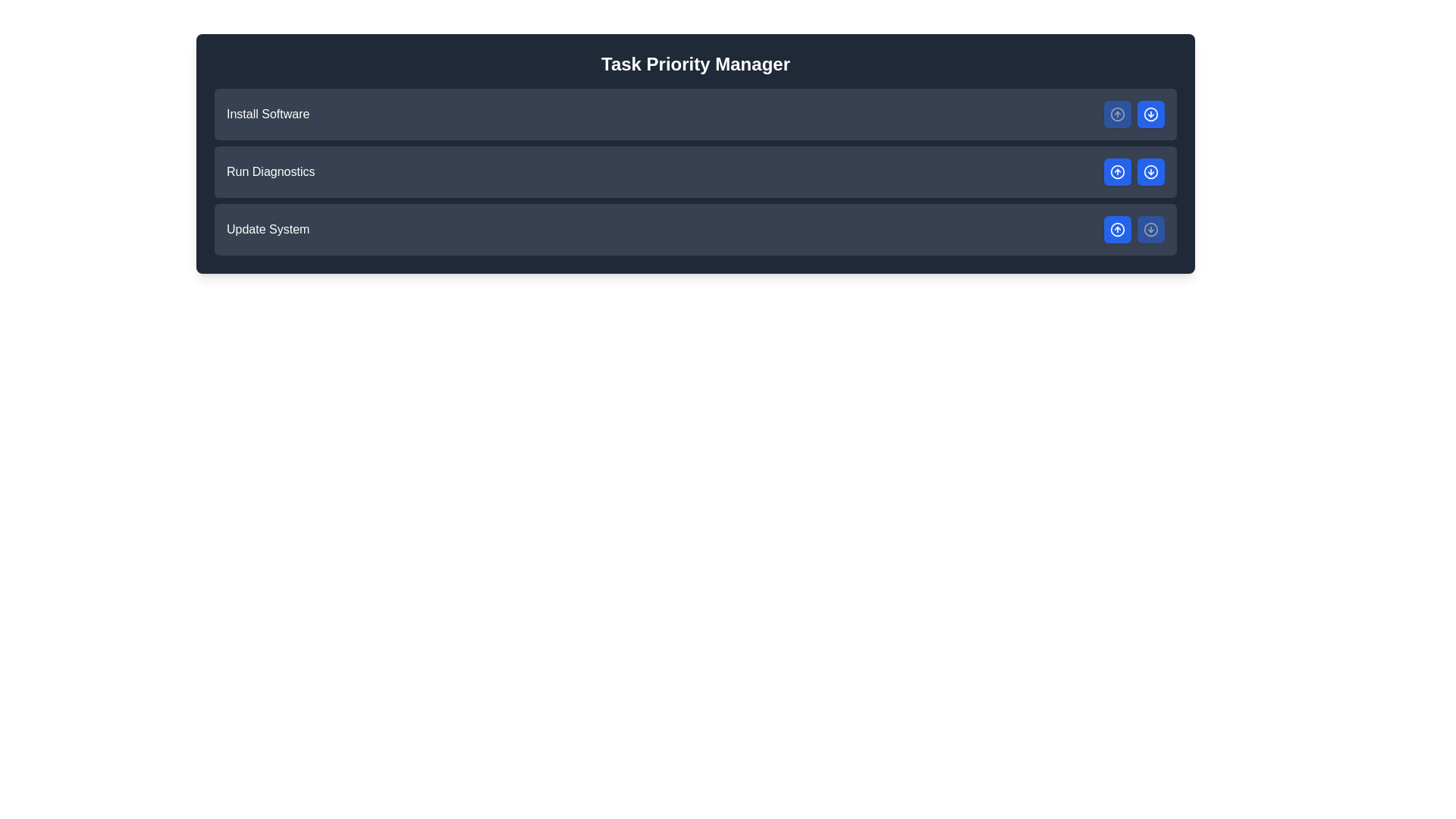 Image resolution: width=1456 pixels, height=819 pixels. What do you see at coordinates (1150, 113) in the screenshot?
I see `the download icon located on the rightmost side of the second row in the task management interface, which indicates actions related to downward movement or downloading` at bounding box center [1150, 113].